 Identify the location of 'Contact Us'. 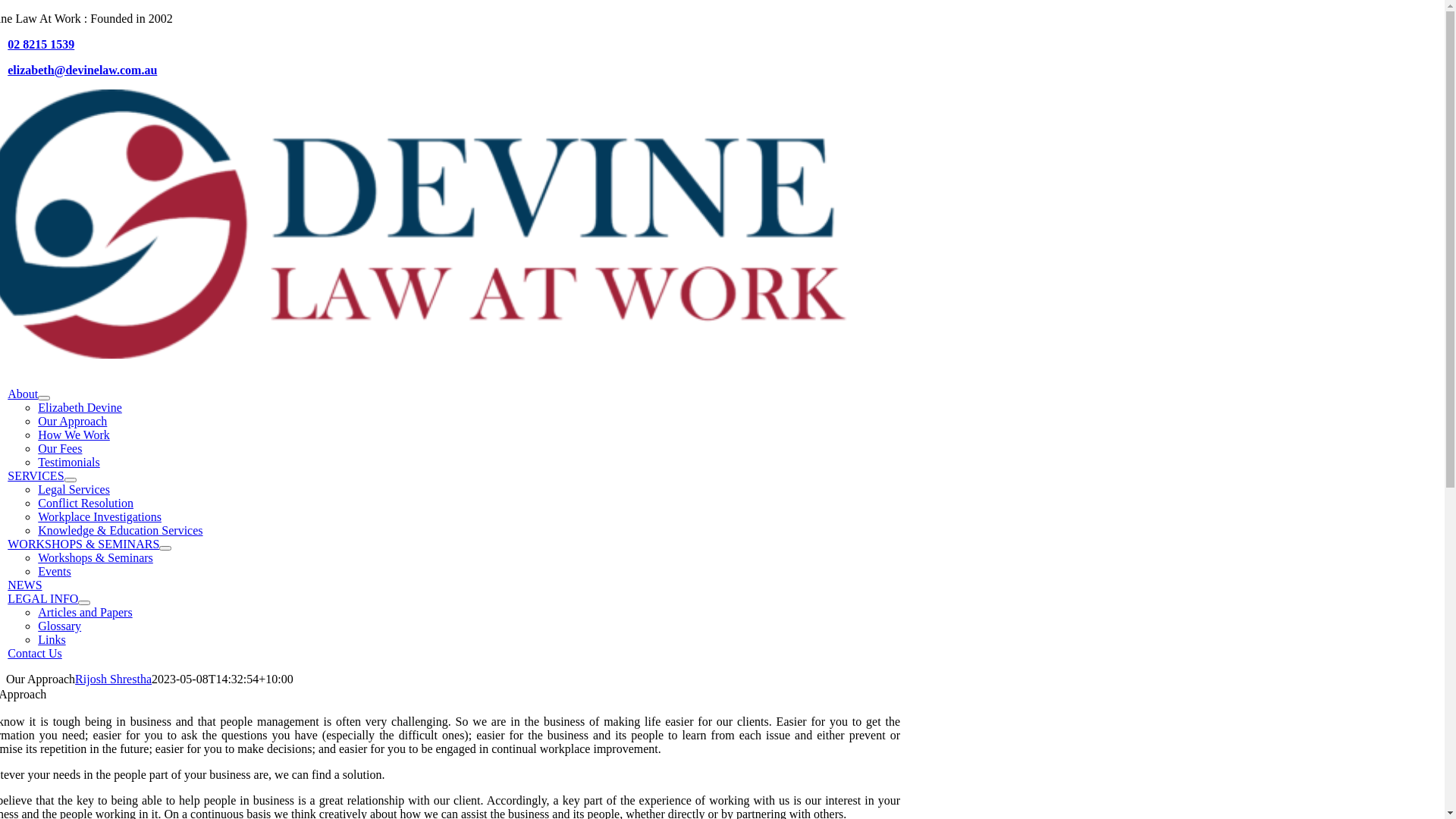
(7, 652).